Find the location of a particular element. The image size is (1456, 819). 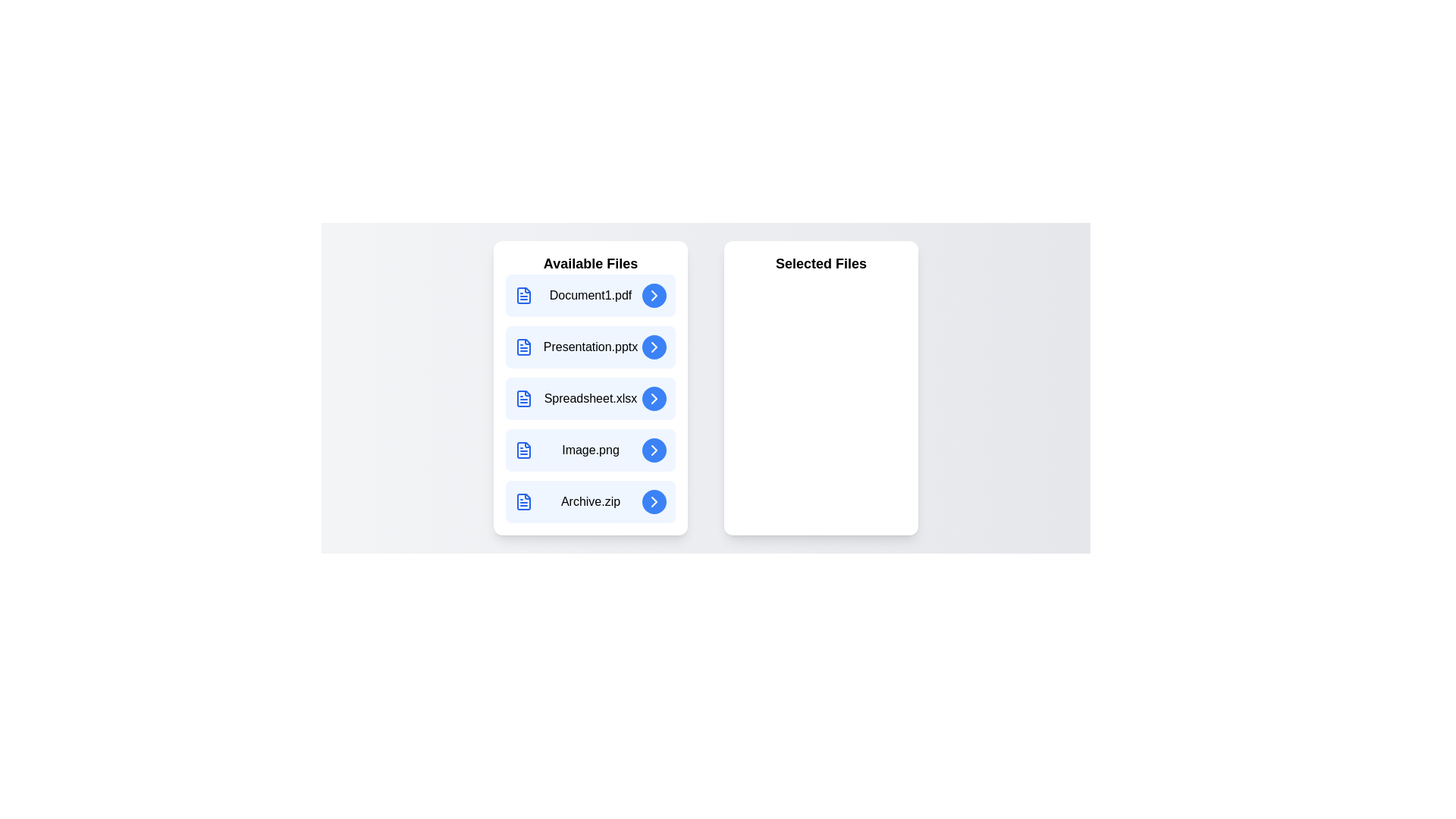

right arrow button next to the file Archive.zip in the 'Available Files' list to assign it to the 'Selected Files' list is located at coordinates (654, 502).